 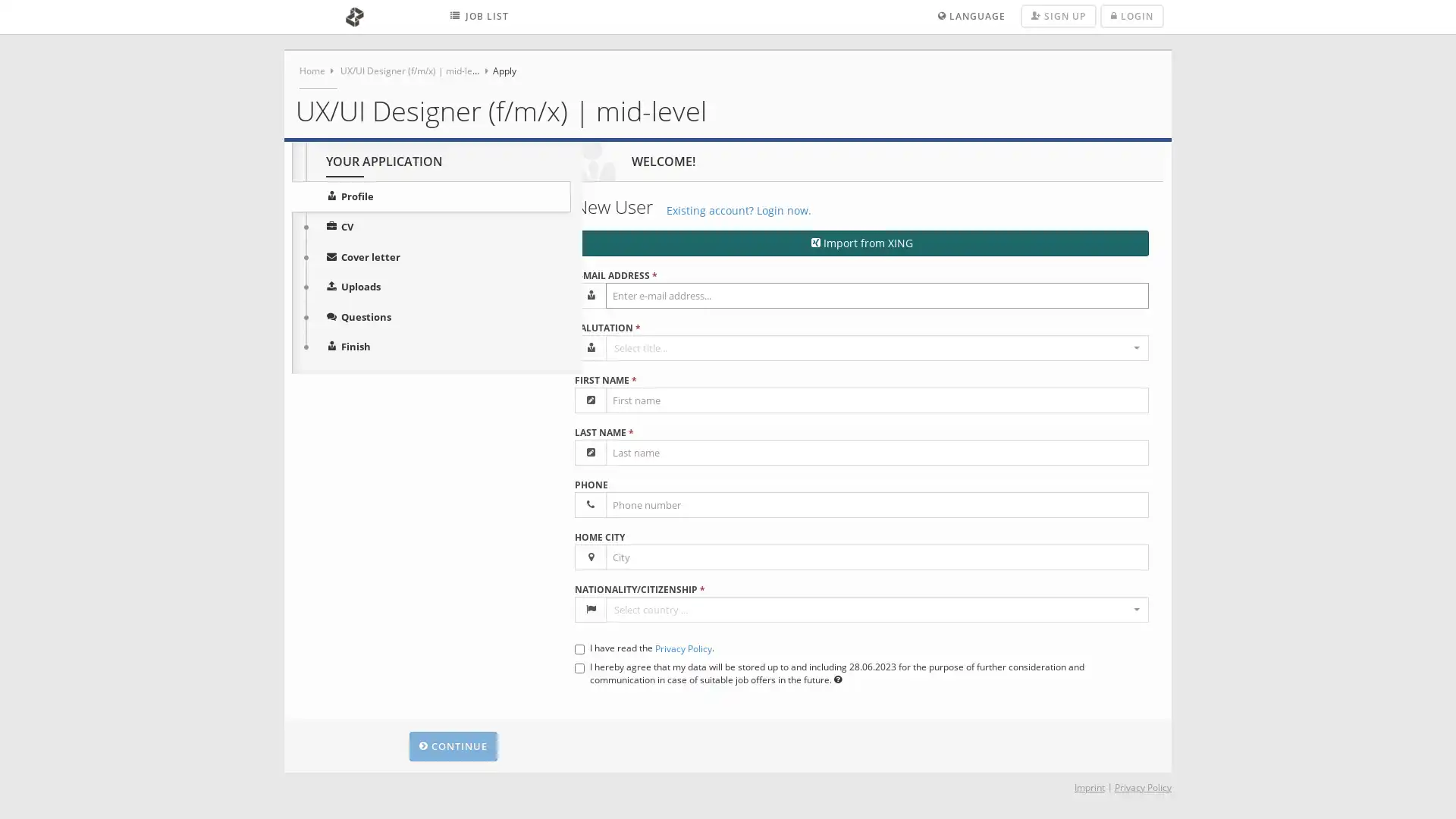 I want to click on CONTINUE, so click(x=453, y=745).